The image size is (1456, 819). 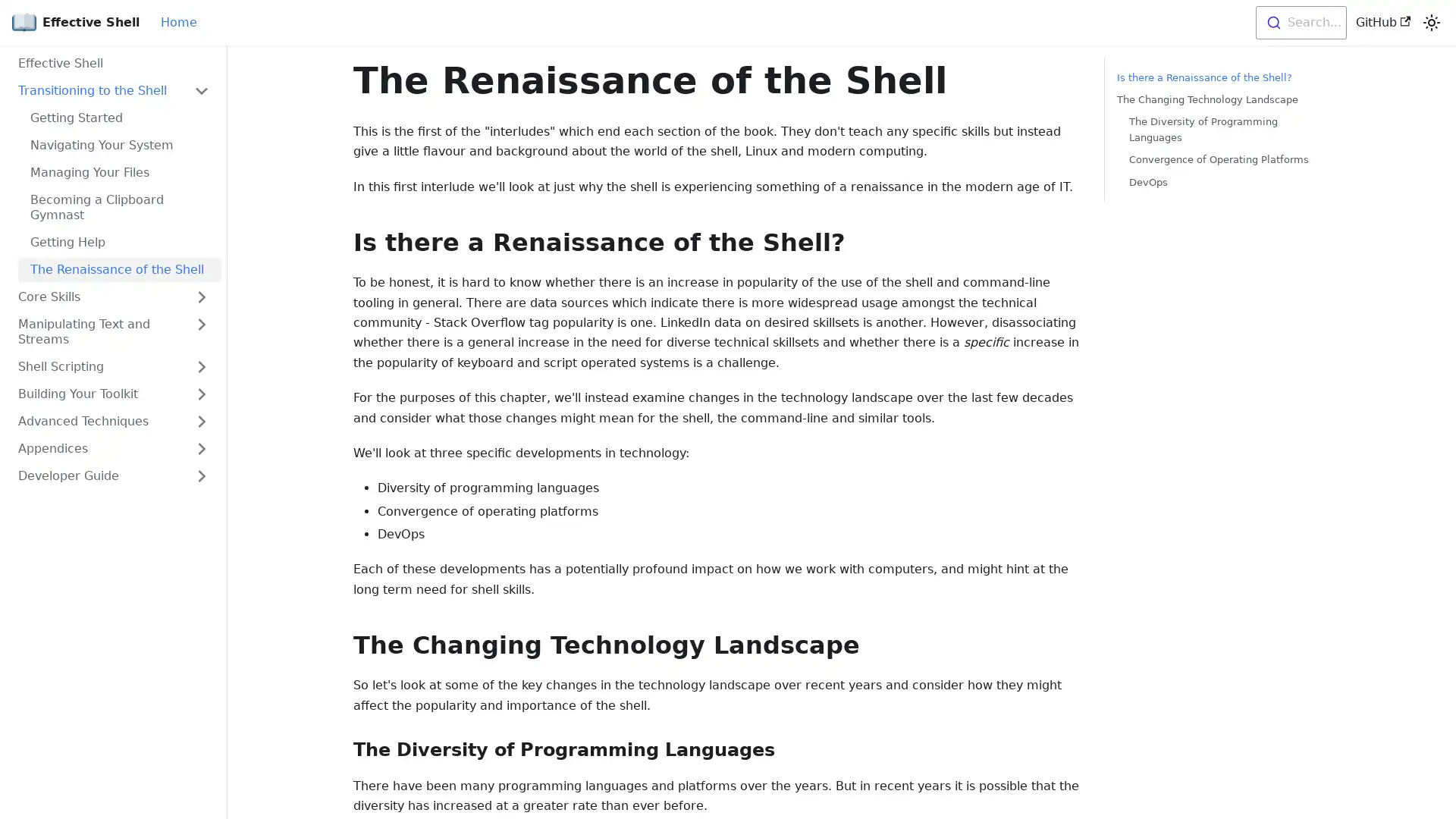 I want to click on Toggle the collapsible sidebar category 'Manipulating Text and Streams', so click(x=200, y=331).